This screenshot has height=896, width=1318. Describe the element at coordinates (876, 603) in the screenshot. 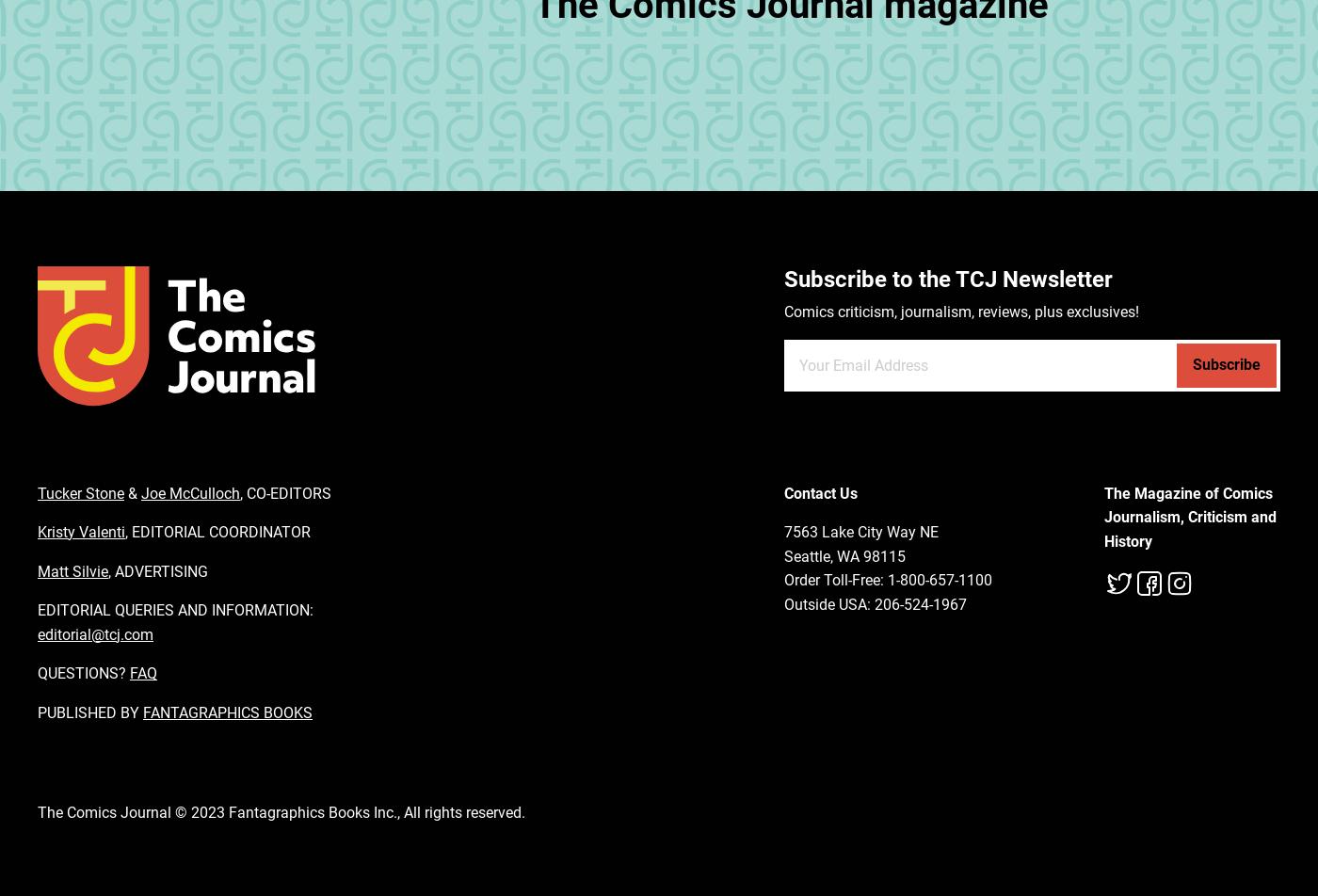

I see `'Outside USA: 206-524-1967'` at that location.